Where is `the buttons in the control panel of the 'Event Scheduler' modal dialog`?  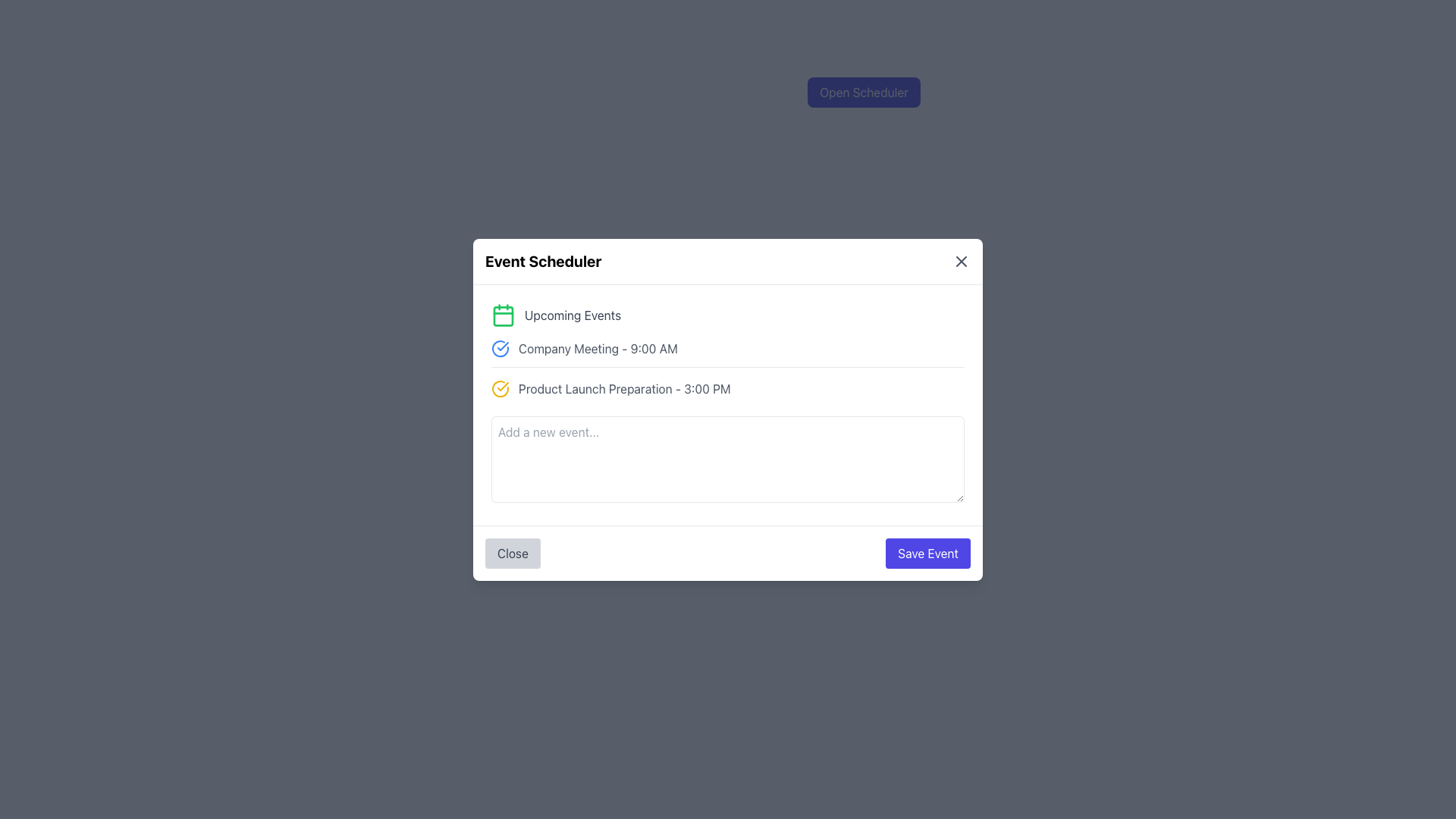 the buttons in the control panel of the 'Event Scheduler' modal dialog is located at coordinates (728, 553).